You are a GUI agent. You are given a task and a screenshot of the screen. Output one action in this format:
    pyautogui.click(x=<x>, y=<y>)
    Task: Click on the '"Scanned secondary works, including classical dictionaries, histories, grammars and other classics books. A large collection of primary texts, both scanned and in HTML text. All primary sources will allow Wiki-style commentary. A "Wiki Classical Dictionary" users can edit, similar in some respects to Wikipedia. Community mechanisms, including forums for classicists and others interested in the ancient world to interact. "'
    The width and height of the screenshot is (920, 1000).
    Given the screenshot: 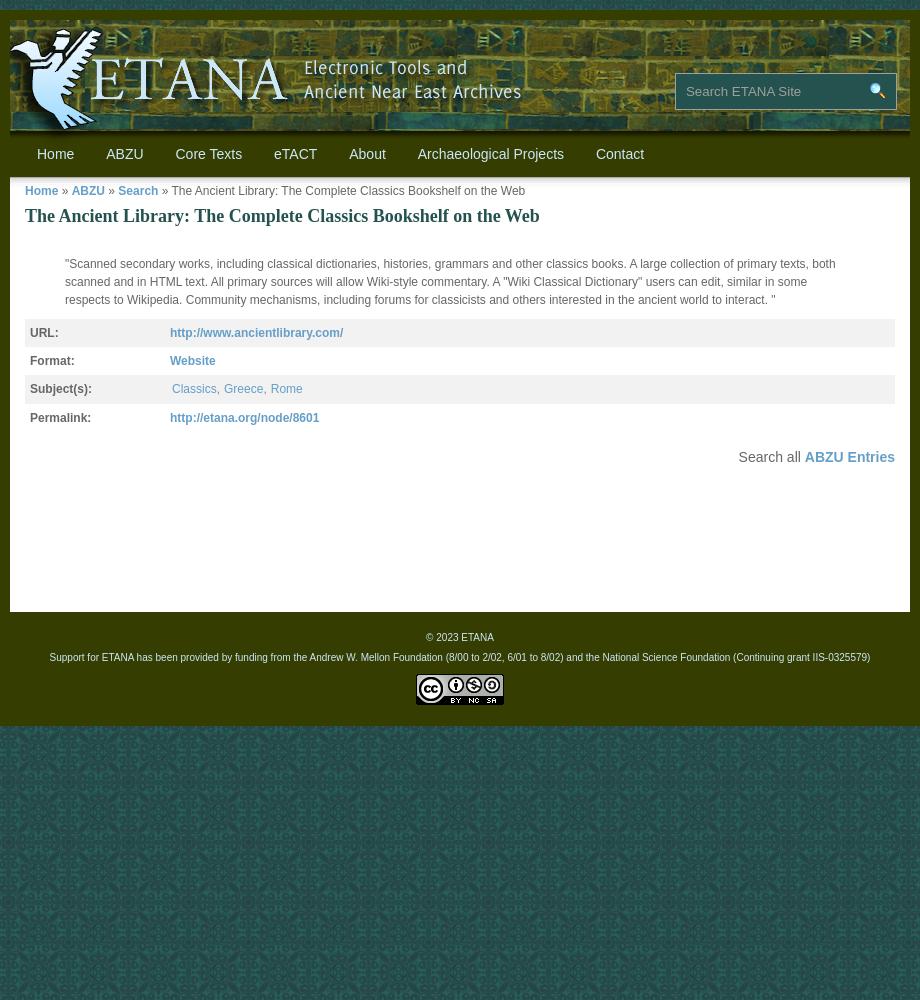 What is the action you would take?
    pyautogui.click(x=448, y=282)
    